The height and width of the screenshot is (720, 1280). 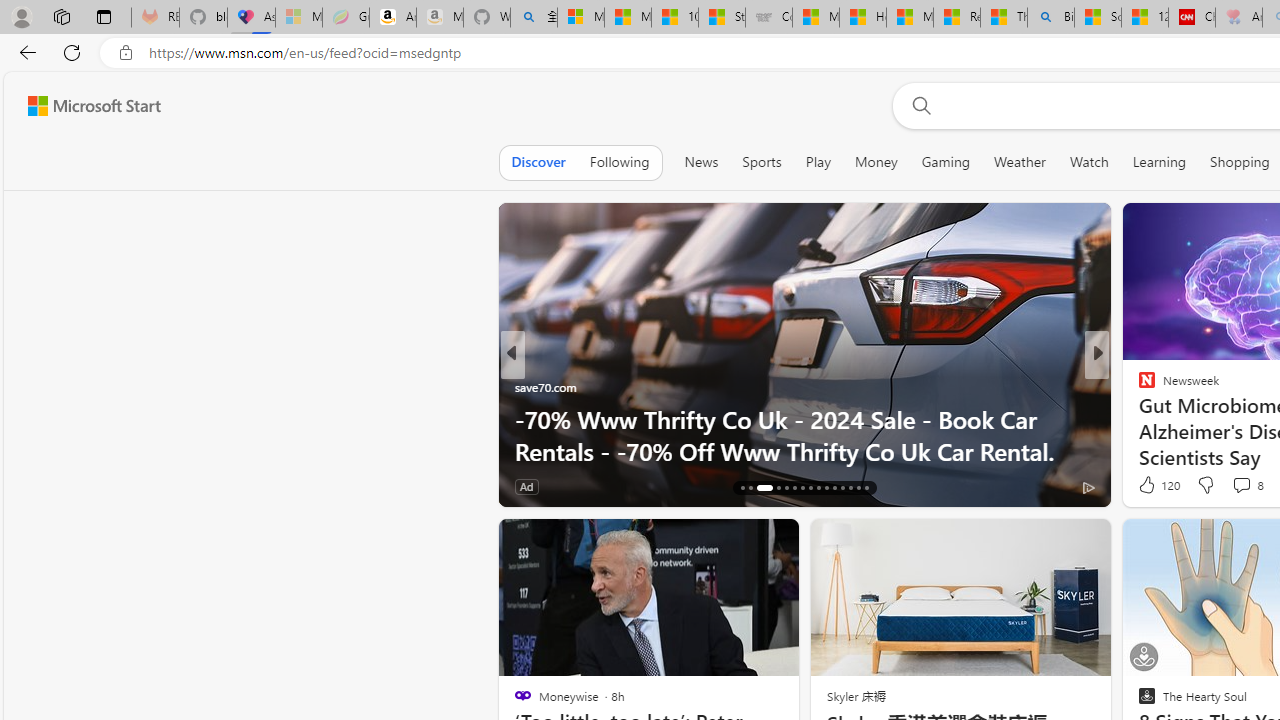 I want to click on 'View comments 203 Comment', so click(x=1247, y=486).